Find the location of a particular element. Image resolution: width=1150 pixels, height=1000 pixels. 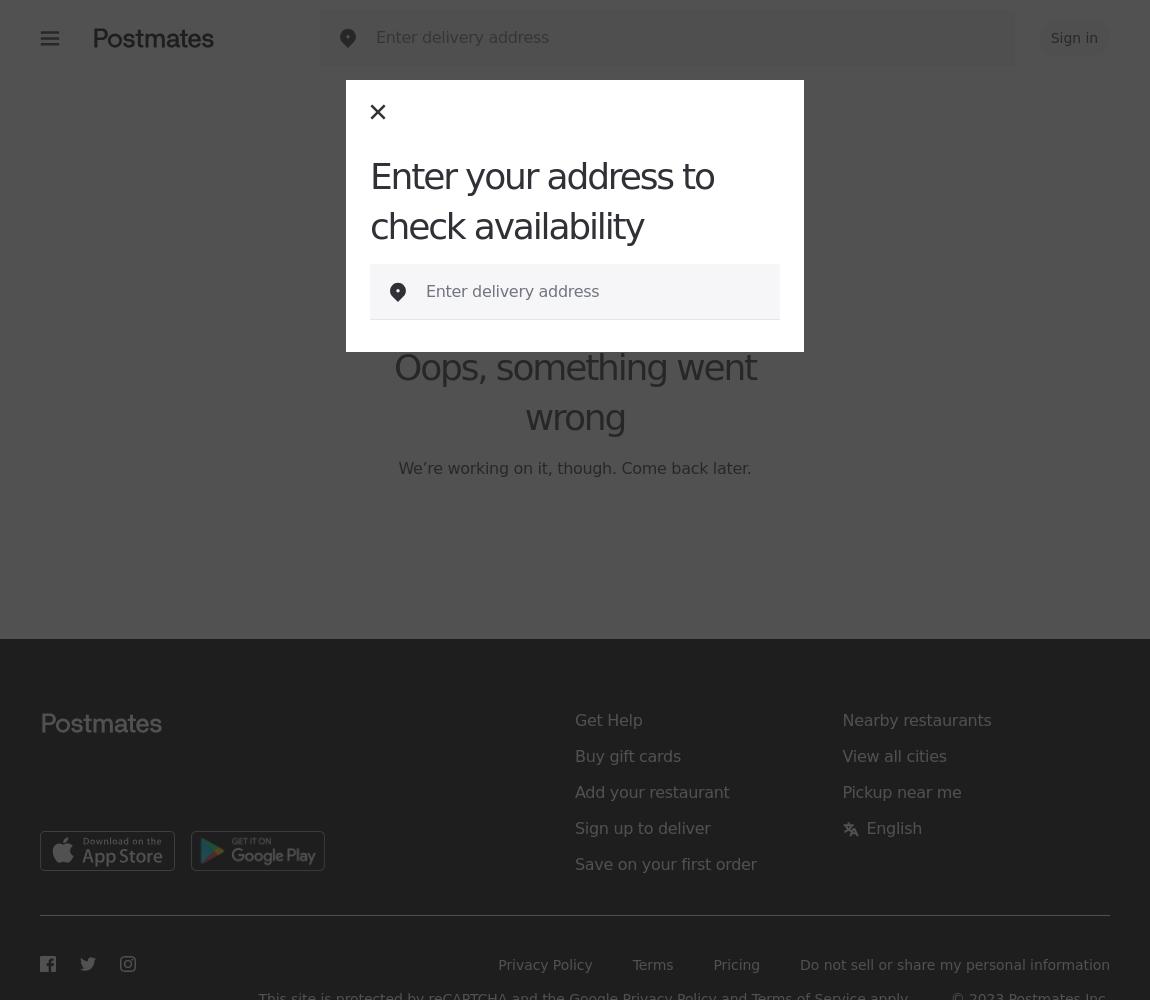

'Sign up to deliver' is located at coordinates (641, 827).